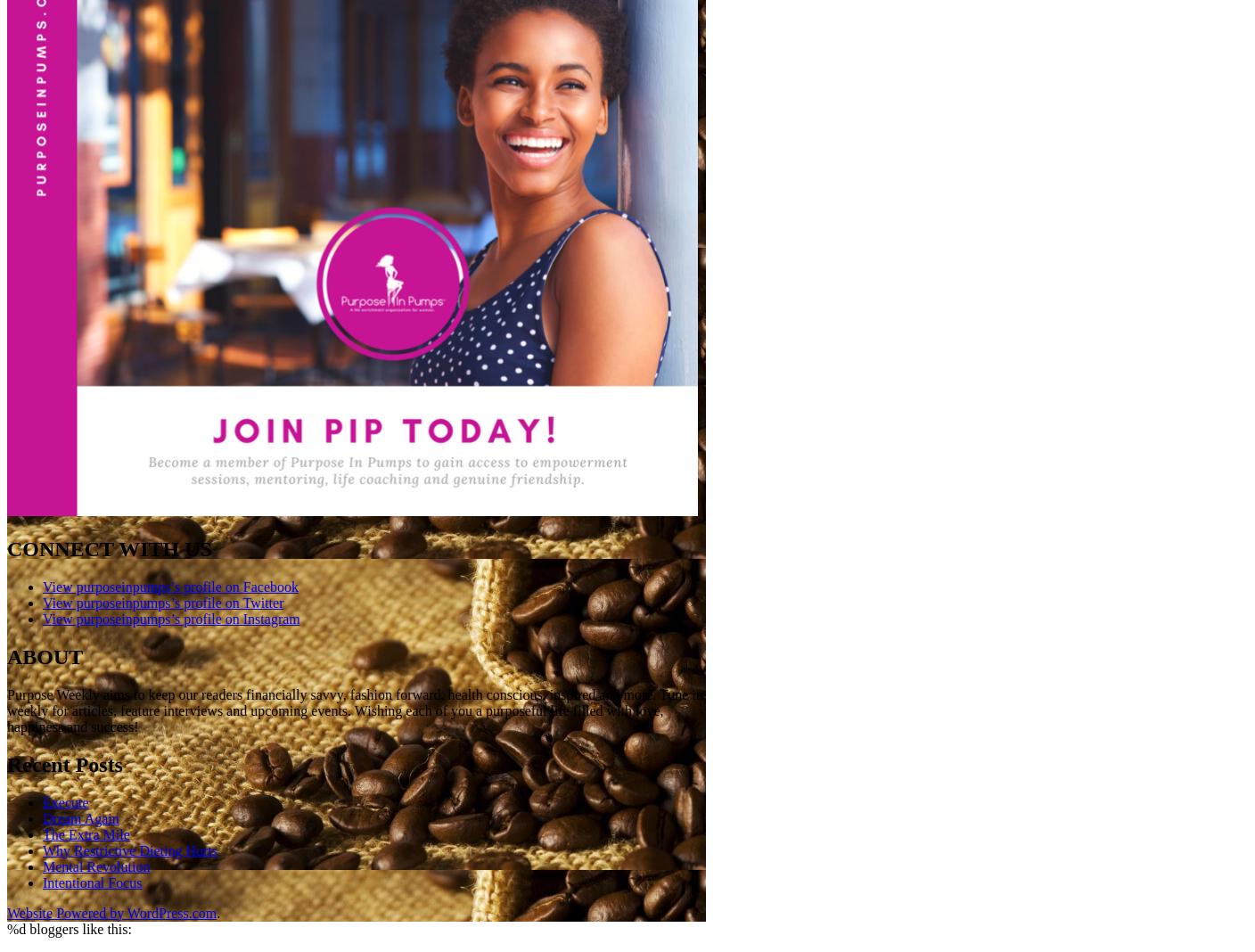 The image size is (1255, 952). What do you see at coordinates (15, 928) in the screenshot?
I see `'%d'` at bounding box center [15, 928].